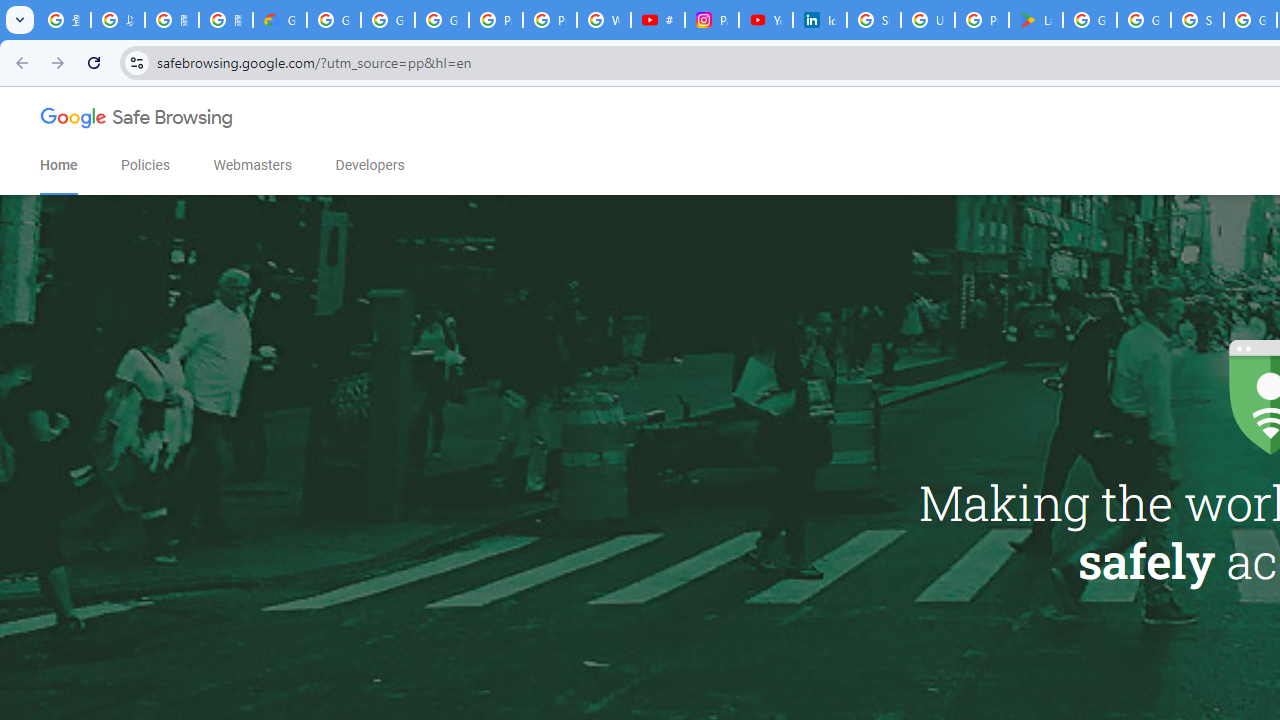  What do you see at coordinates (1144, 20) in the screenshot?
I see `'Google Workspace - Specific Terms'` at bounding box center [1144, 20].